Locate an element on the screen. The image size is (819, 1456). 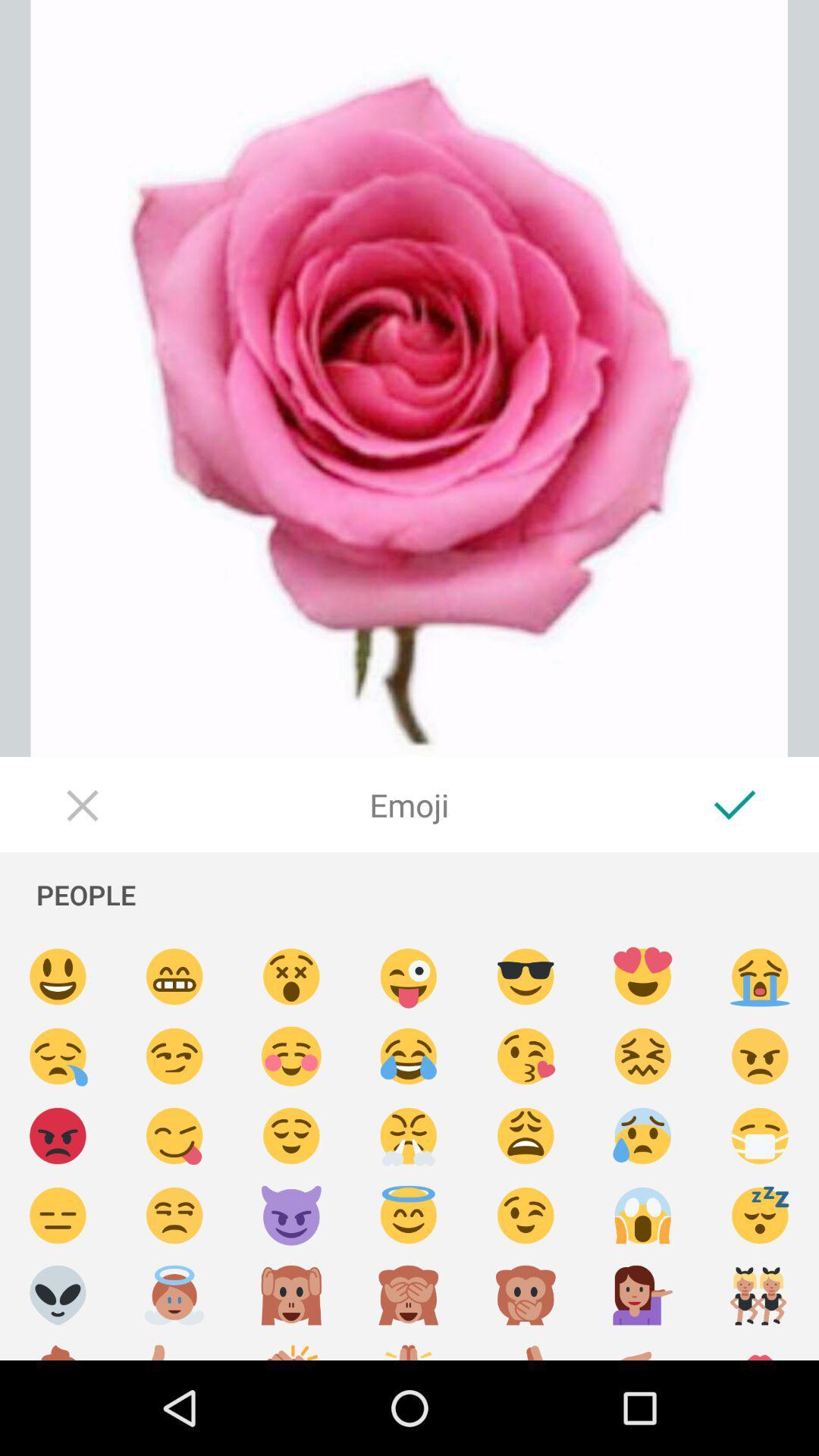
emoji is located at coordinates (291, 1056).